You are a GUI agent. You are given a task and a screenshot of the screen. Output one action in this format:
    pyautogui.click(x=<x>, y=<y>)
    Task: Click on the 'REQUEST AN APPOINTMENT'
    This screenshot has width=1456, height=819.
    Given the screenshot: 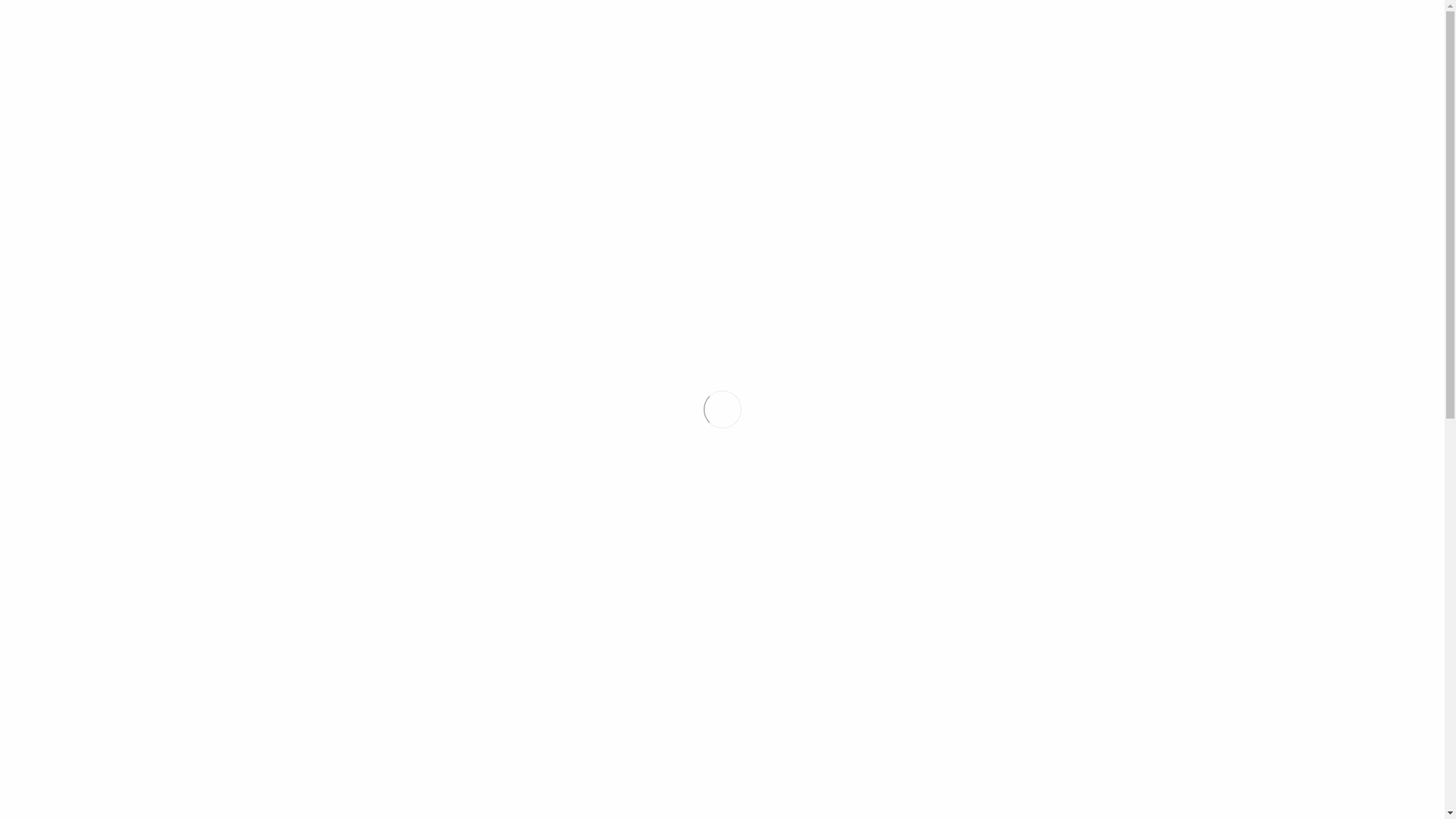 What is the action you would take?
    pyautogui.click(x=1131, y=46)
    